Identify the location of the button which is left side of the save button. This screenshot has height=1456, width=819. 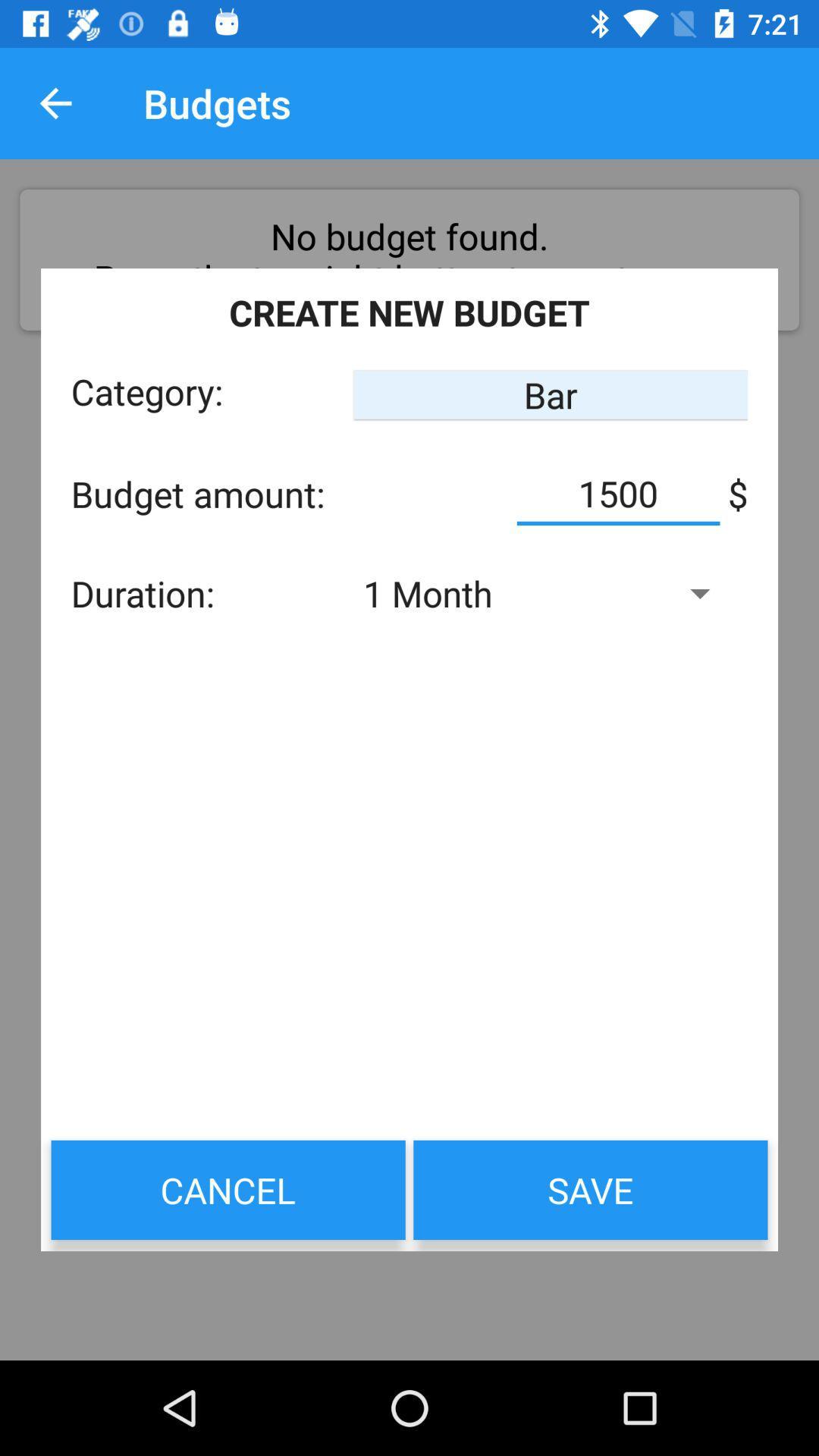
(228, 1189).